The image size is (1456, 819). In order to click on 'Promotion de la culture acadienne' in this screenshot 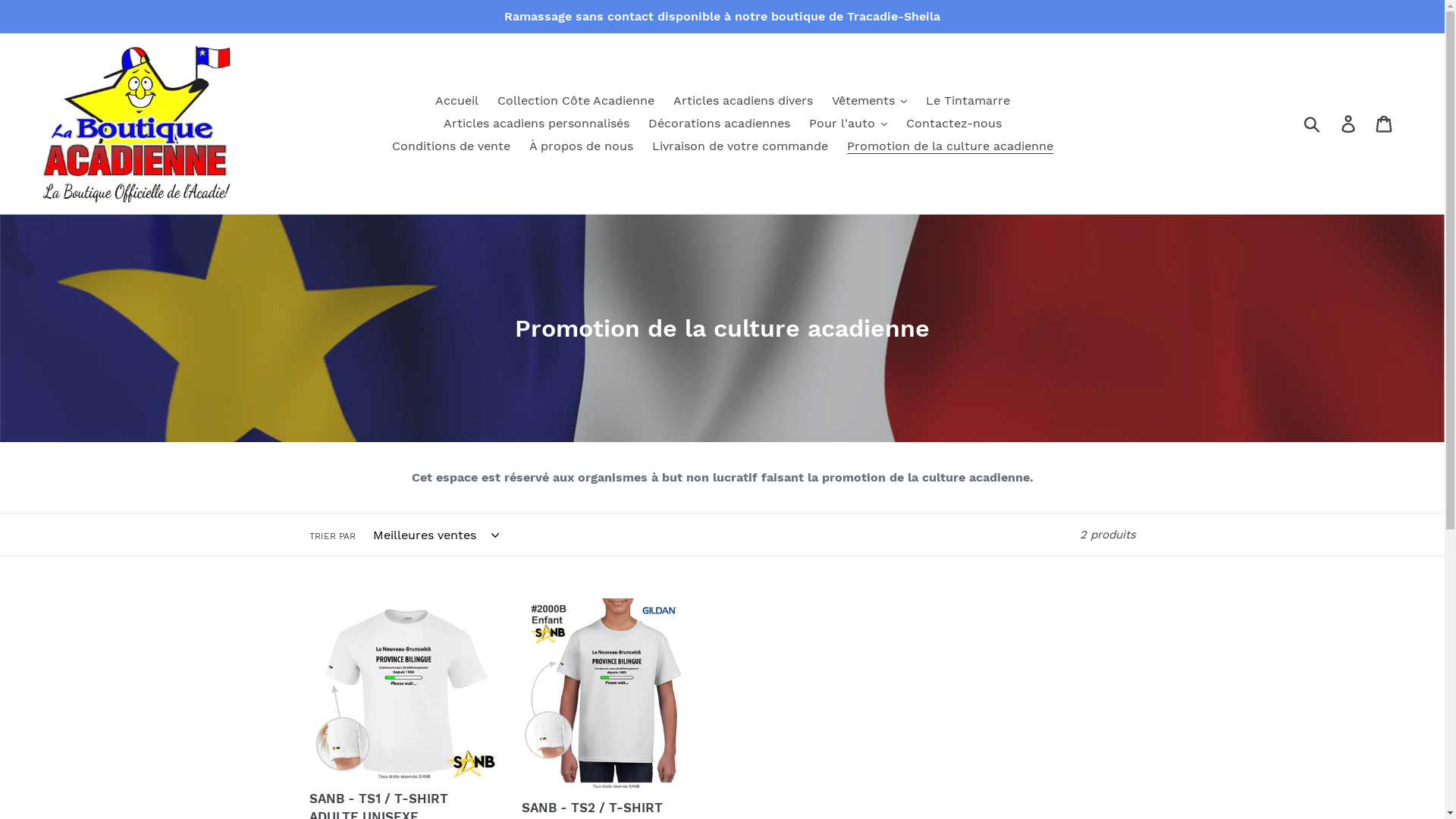, I will do `click(949, 146)`.